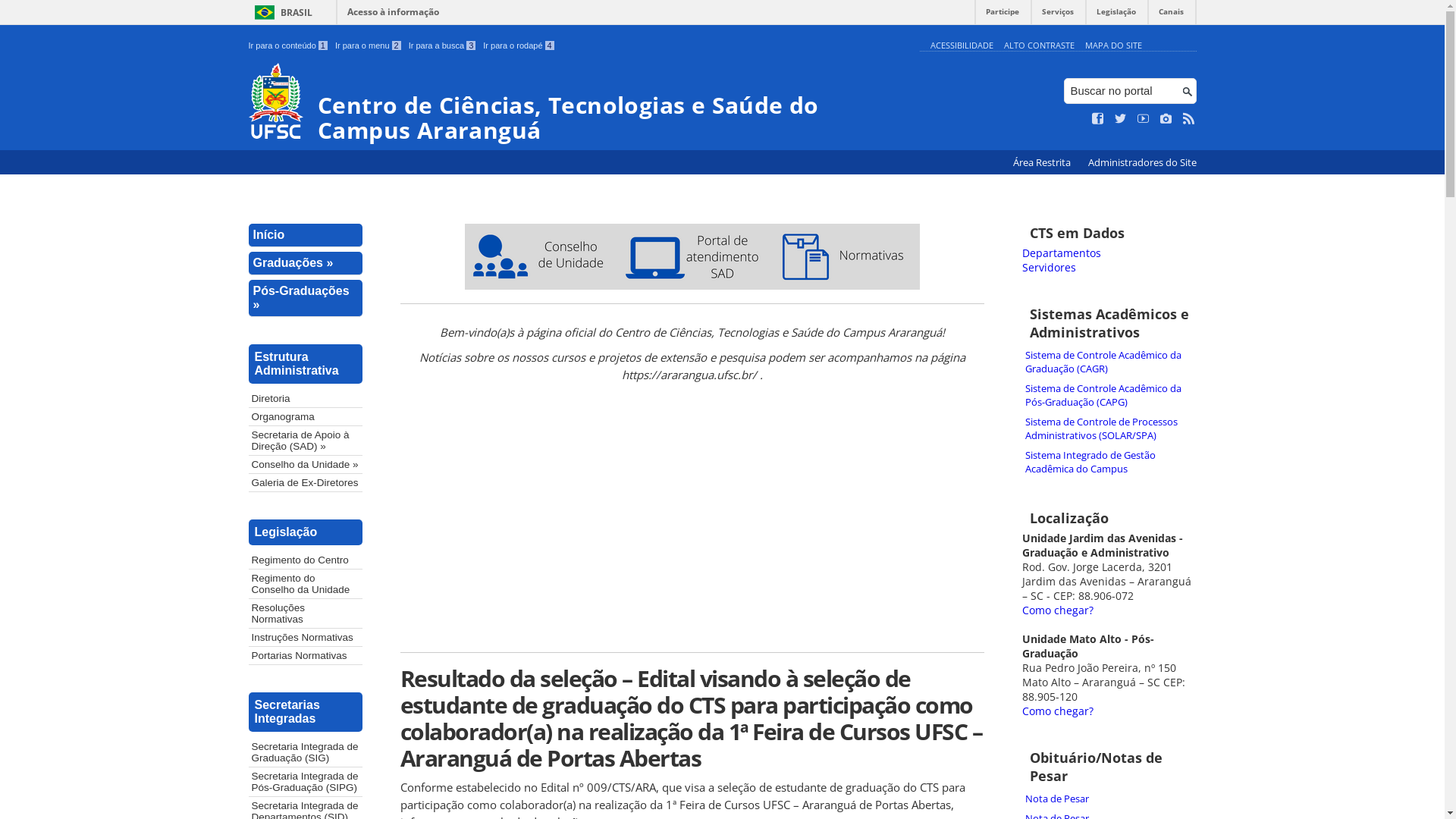 This screenshot has width=1456, height=819. What do you see at coordinates (1121, 118) in the screenshot?
I see `'Siga no Twitter'` at bounding box center [1121, 118].